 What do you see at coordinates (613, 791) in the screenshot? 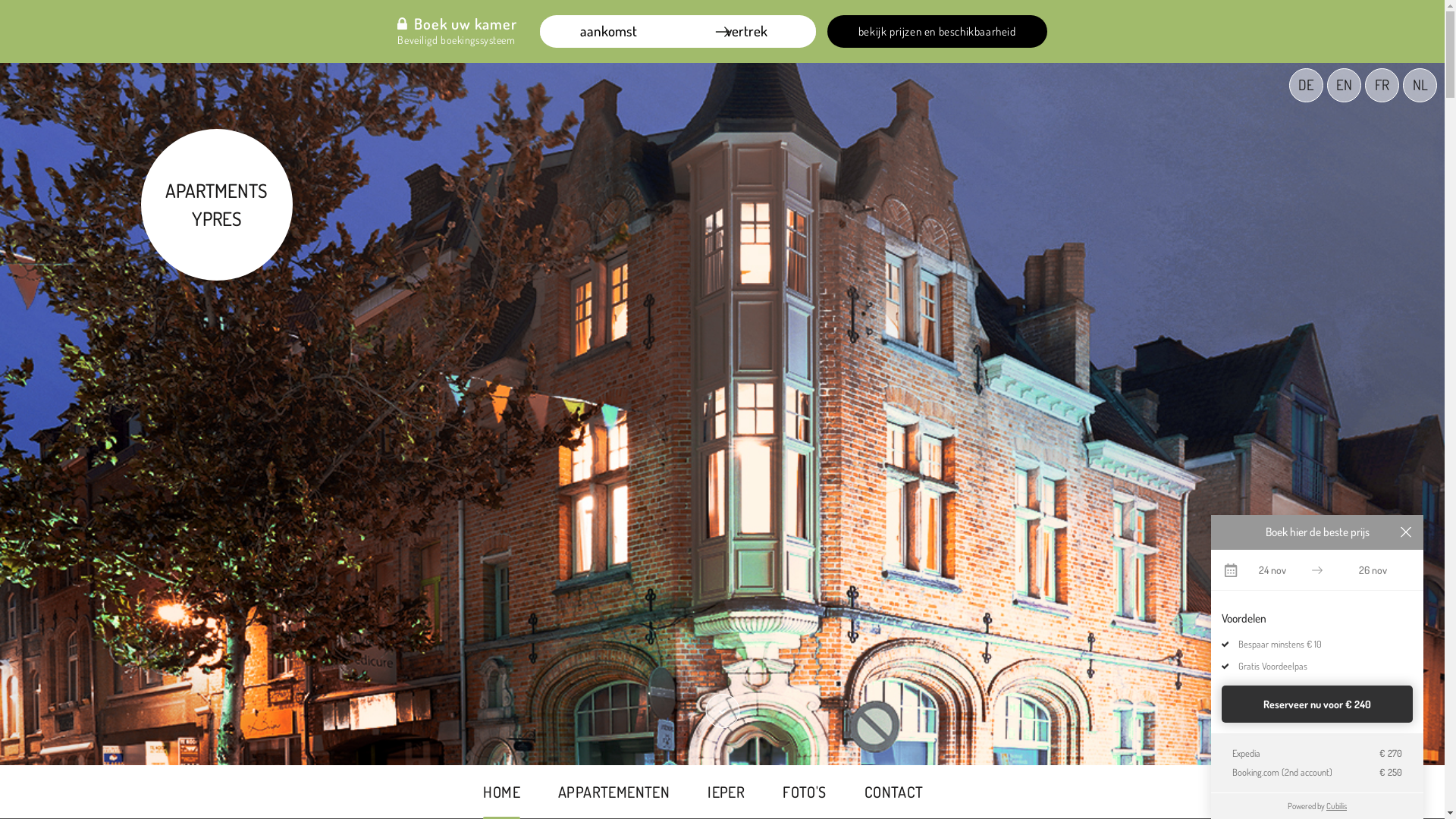
I see `'APPARTEMENTEN'` at bounding box center [613, 791].